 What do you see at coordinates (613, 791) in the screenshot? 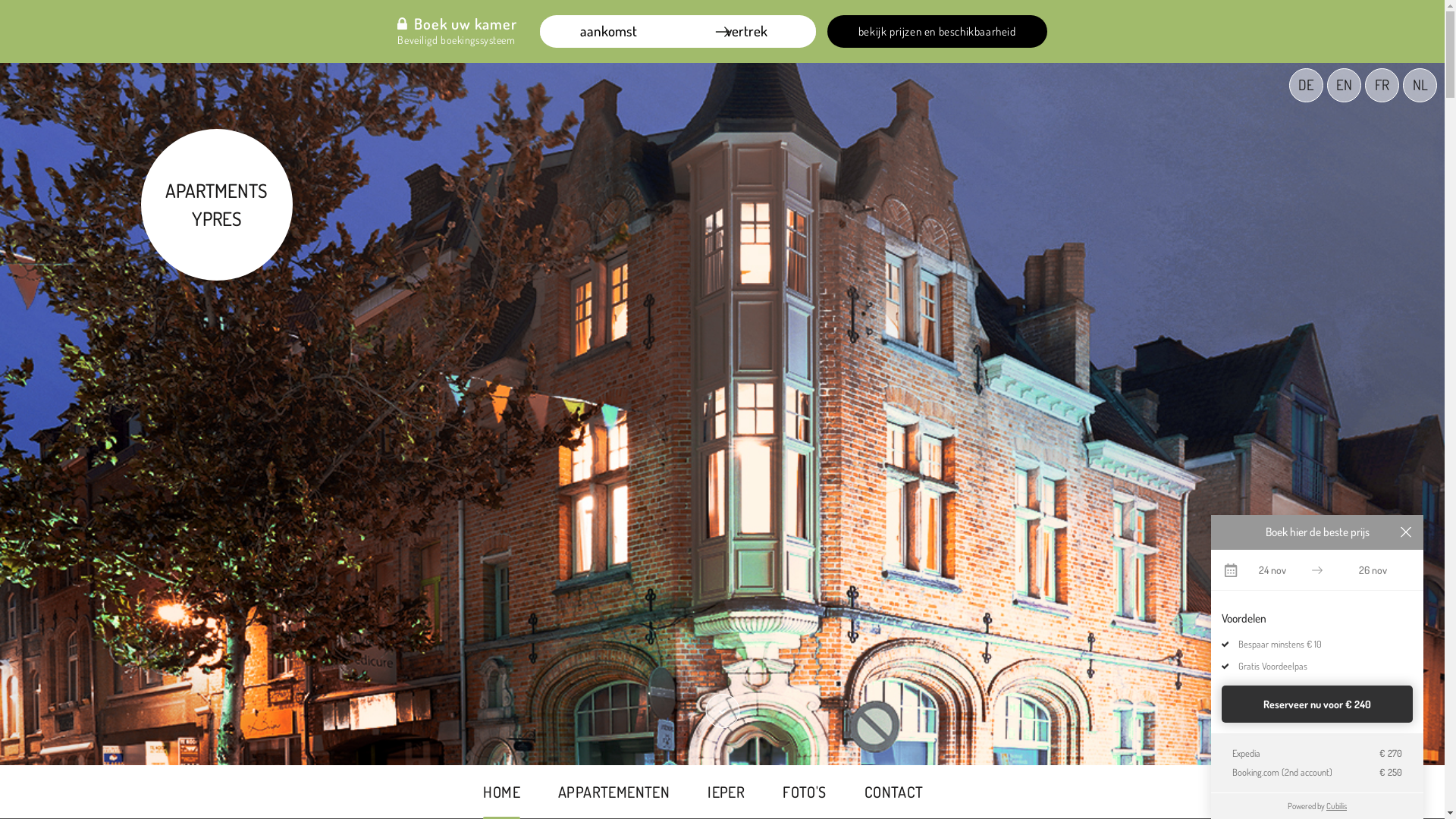
I see `'APPARTEMENTEN'` at bounding box center [613, 791].